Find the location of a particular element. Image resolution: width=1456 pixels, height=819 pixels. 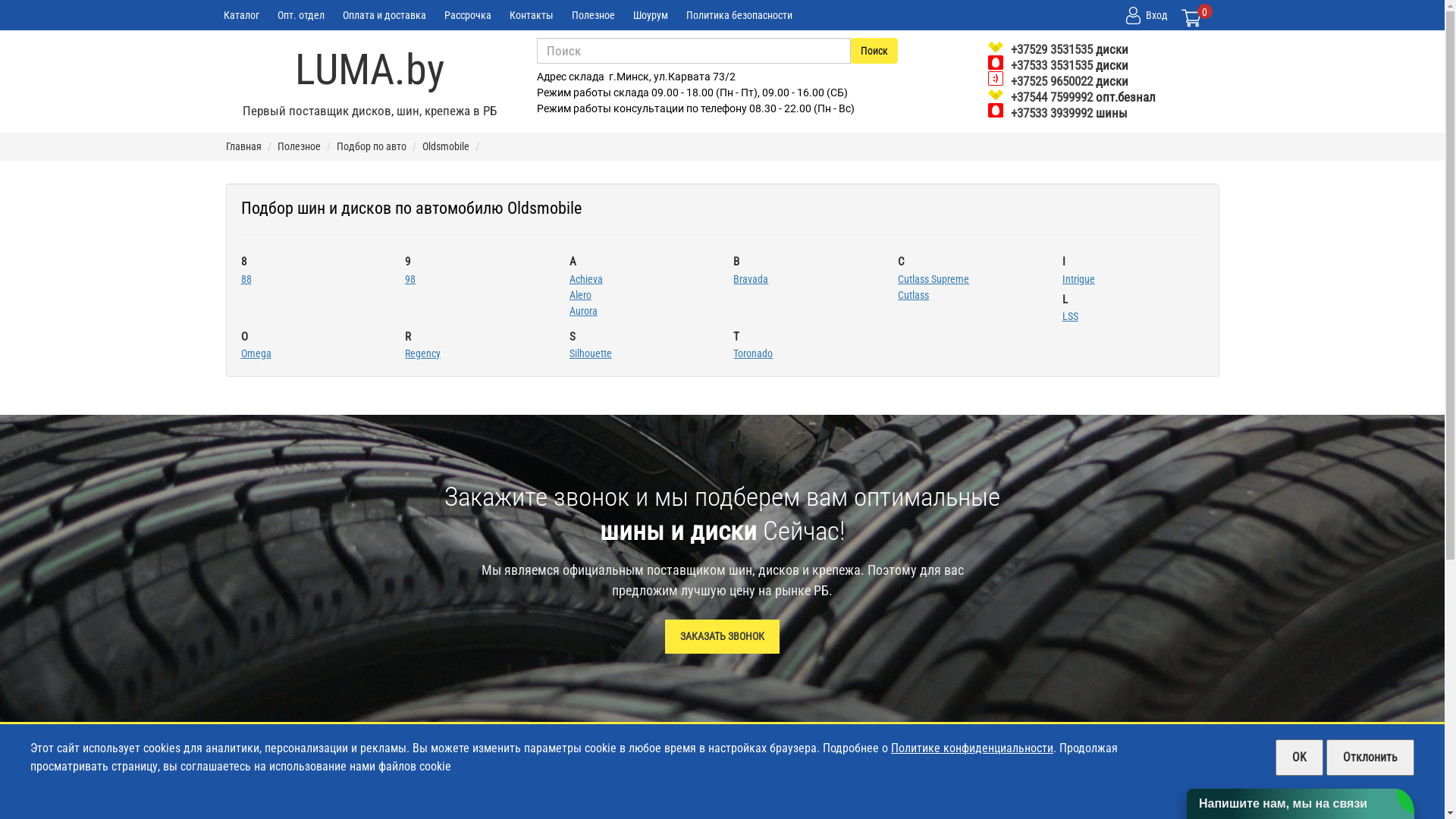

'Alero' is located at coordinates (579, 294).